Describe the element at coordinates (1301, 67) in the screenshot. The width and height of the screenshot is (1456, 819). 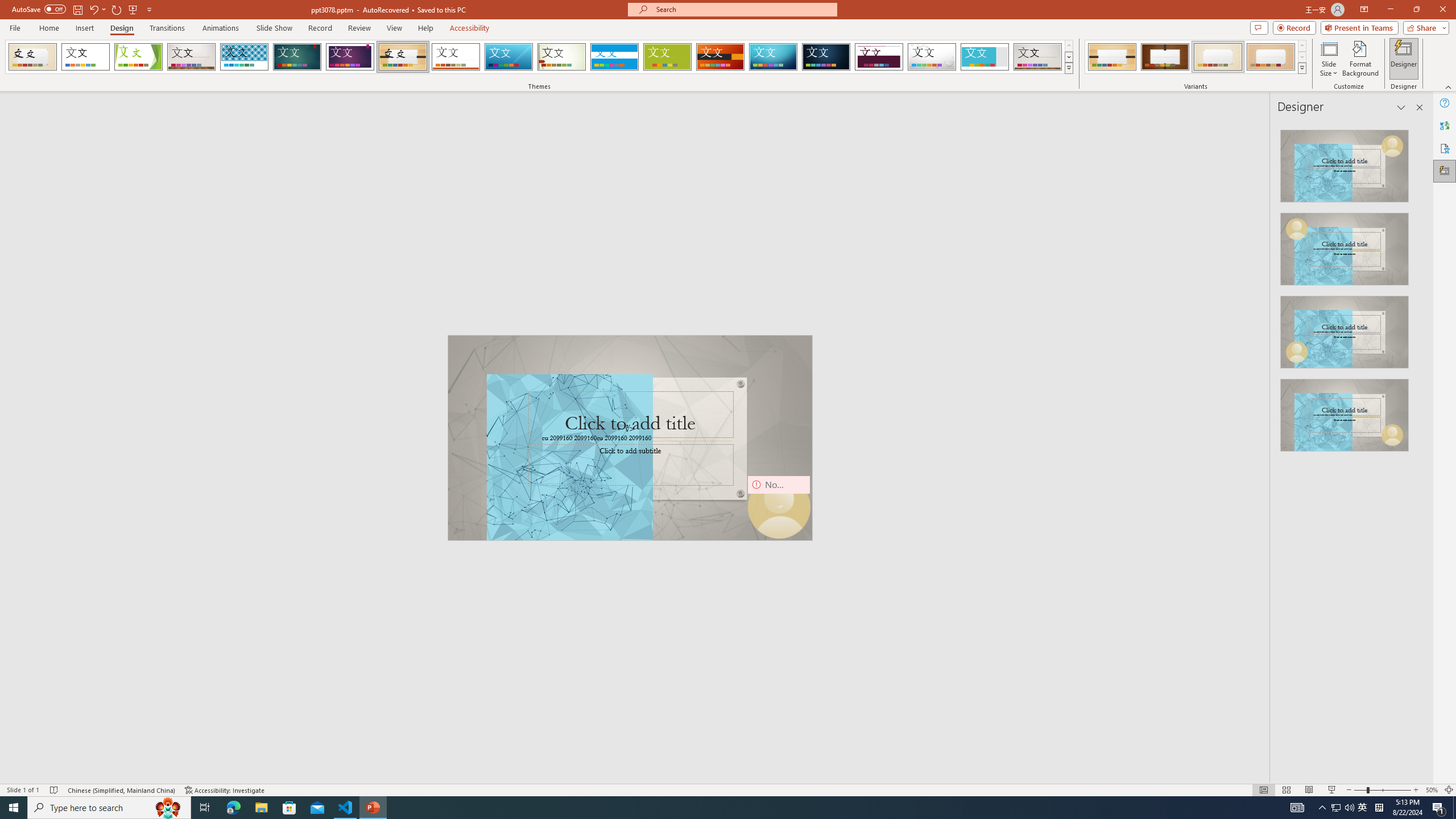
I see `'Variants'` at that location.